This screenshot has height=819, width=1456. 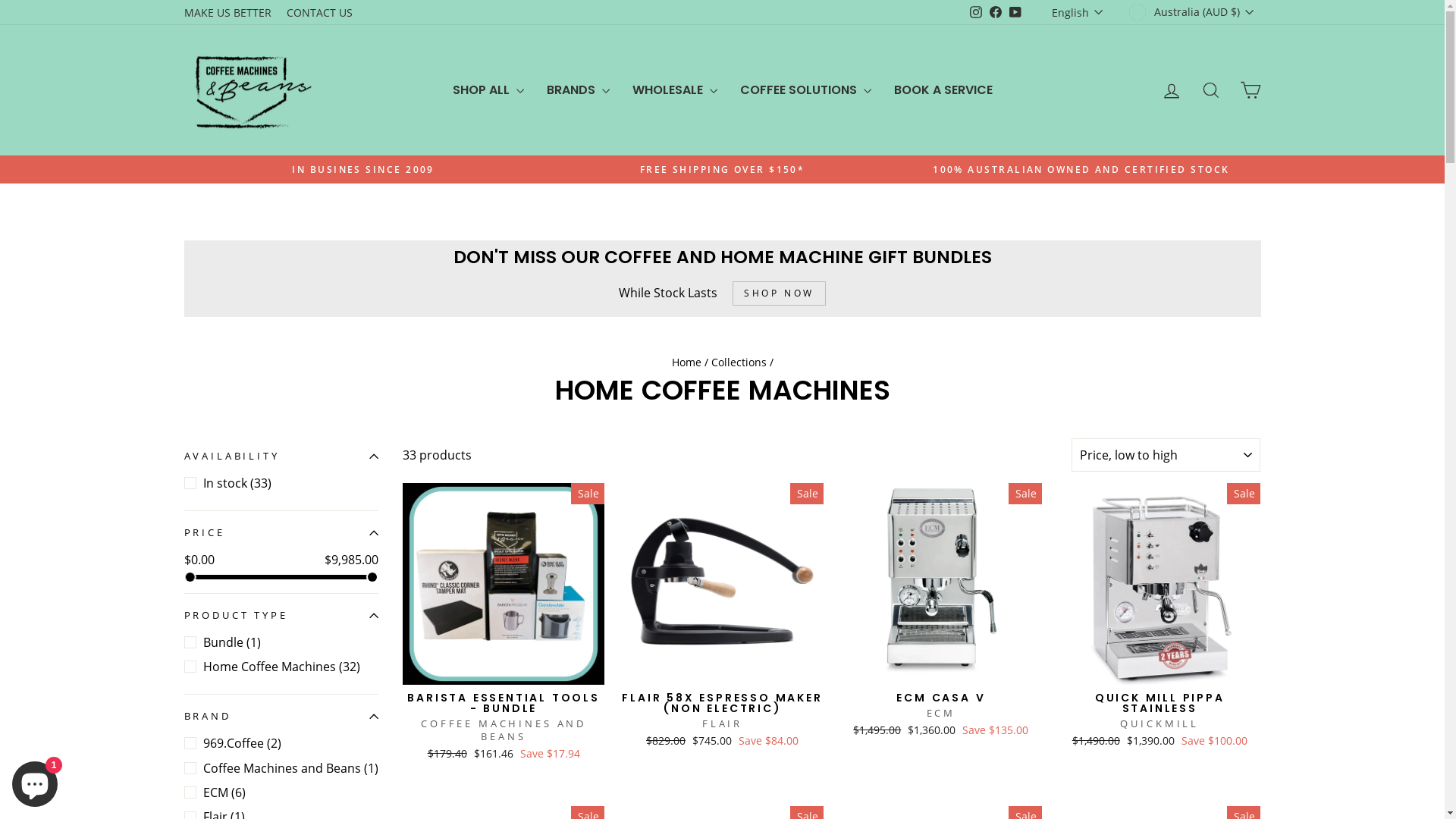 What do you see at coordinates (280, 717) in the screenshot?
I see `'BRAND'` at bounding box center [280, 717].